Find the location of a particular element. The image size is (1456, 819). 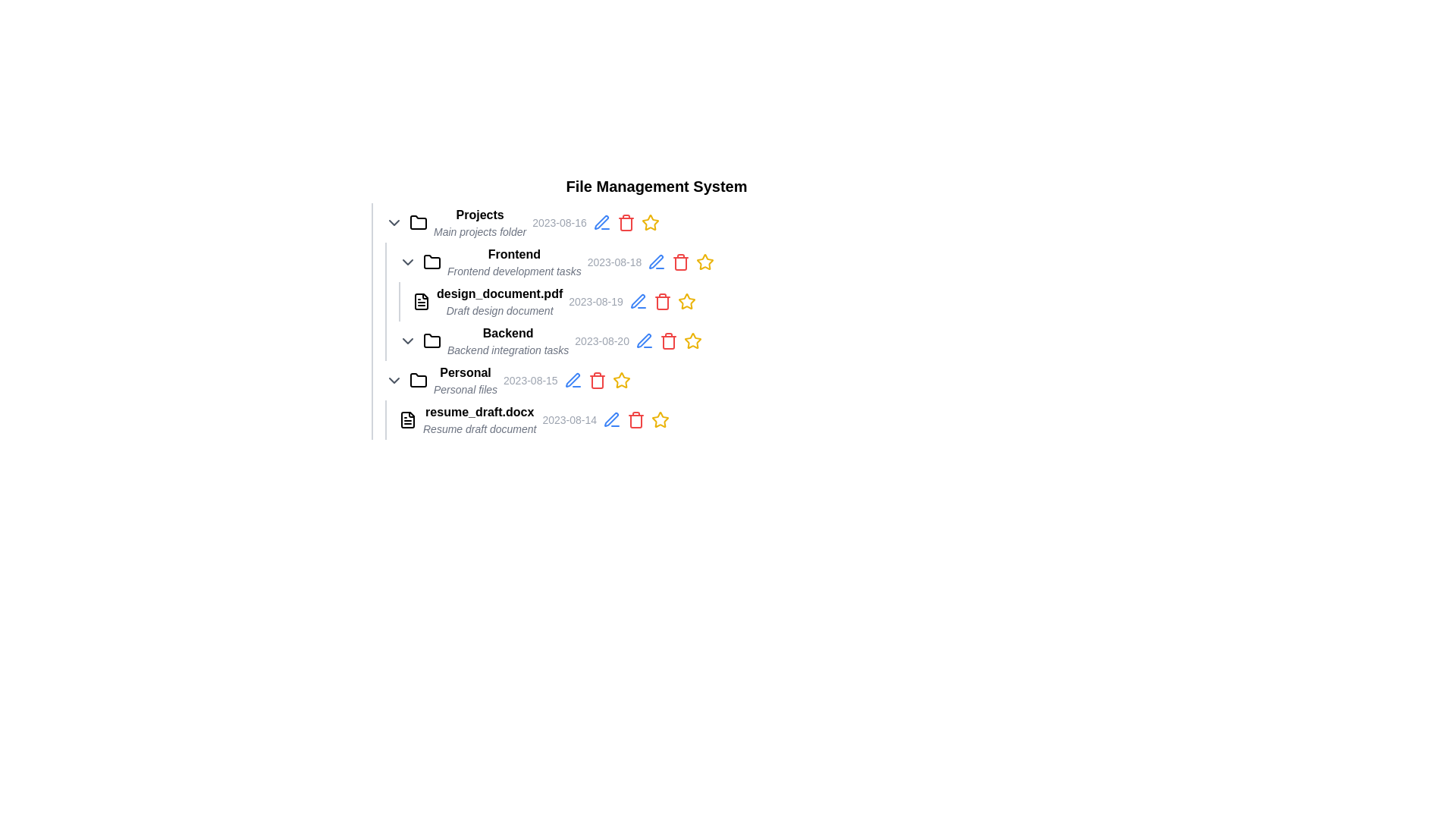

the document file icon located in the file list under the 'Frontend' project folder, positioned to the left of 'design_document.pdf' is located at coordinates (422, 301).